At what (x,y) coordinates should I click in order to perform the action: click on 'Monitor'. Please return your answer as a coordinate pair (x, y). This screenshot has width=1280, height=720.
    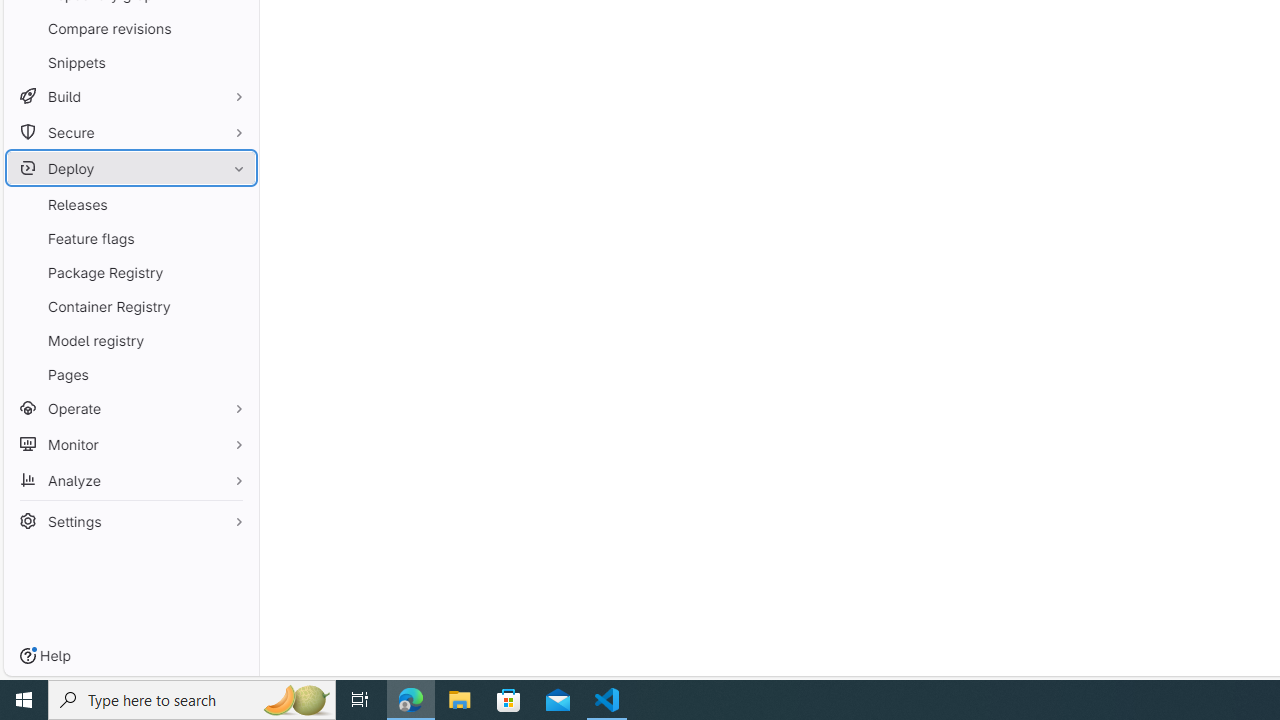
    Looking at the image, I should click on (130, 443).